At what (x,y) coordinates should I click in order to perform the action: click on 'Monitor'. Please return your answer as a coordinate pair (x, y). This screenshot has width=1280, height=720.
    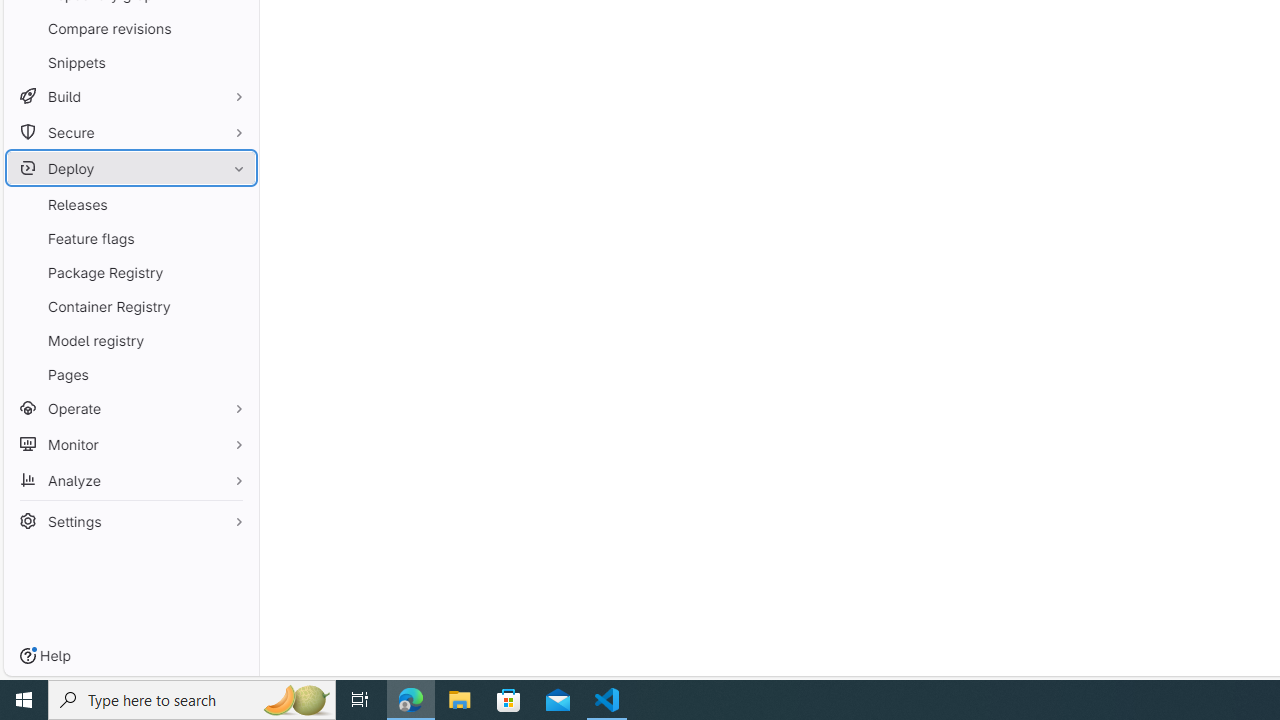
    Looking at the image, I should click on (130, 443).